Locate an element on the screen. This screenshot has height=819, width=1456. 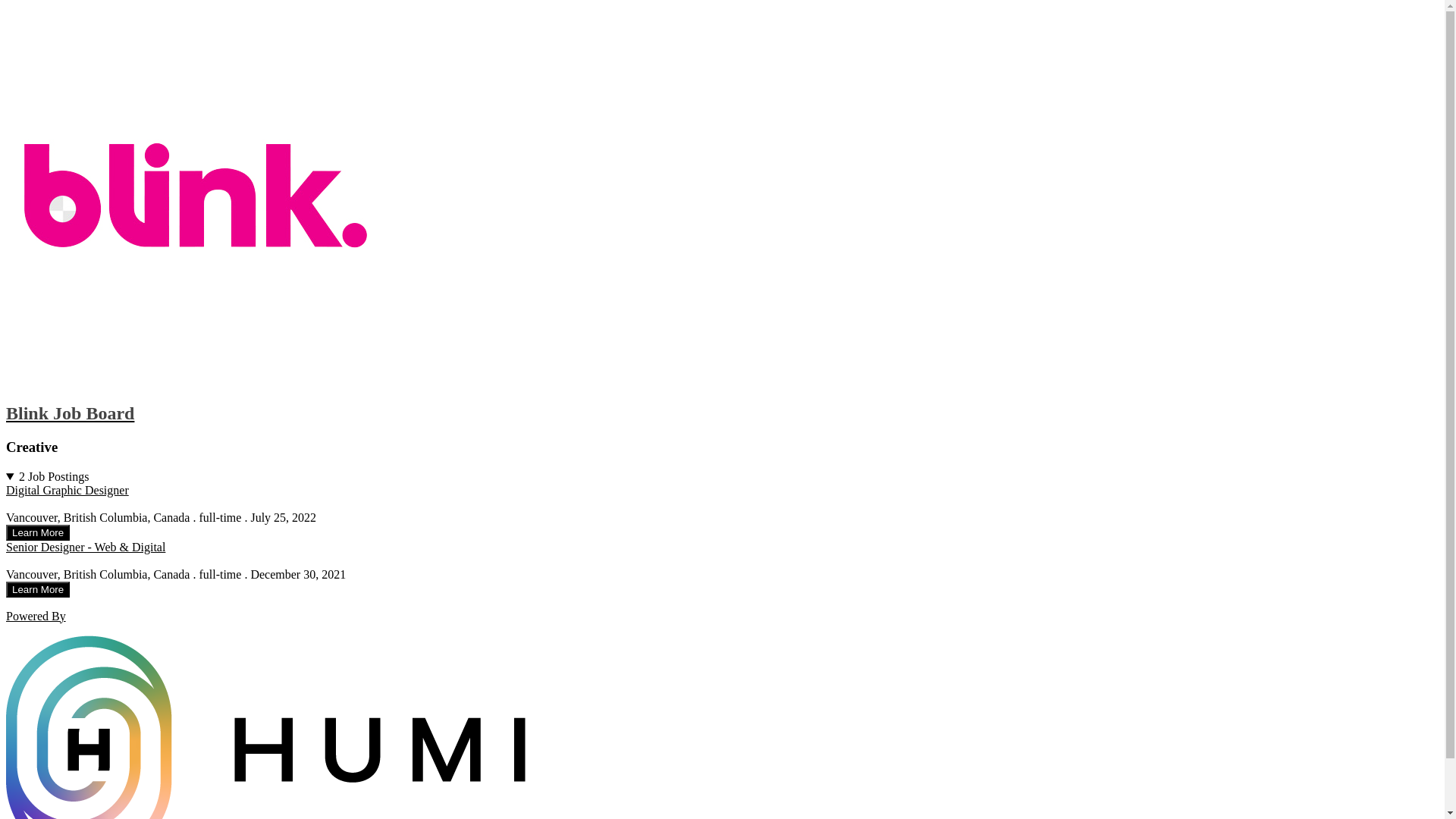
'Senior Designer - Web & Digital' is located at coordinates (85, 547).